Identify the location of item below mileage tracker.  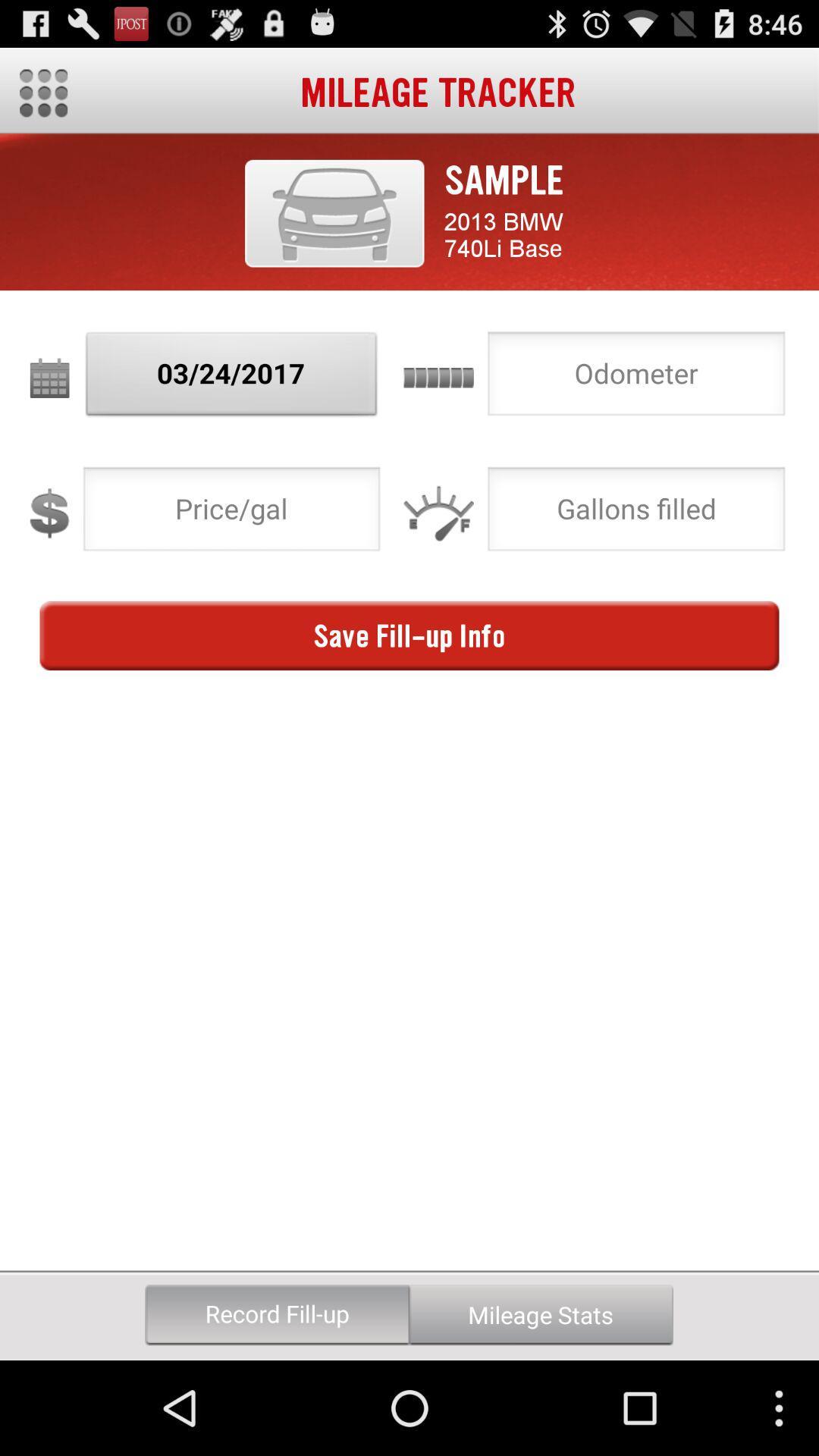
(334, 212).